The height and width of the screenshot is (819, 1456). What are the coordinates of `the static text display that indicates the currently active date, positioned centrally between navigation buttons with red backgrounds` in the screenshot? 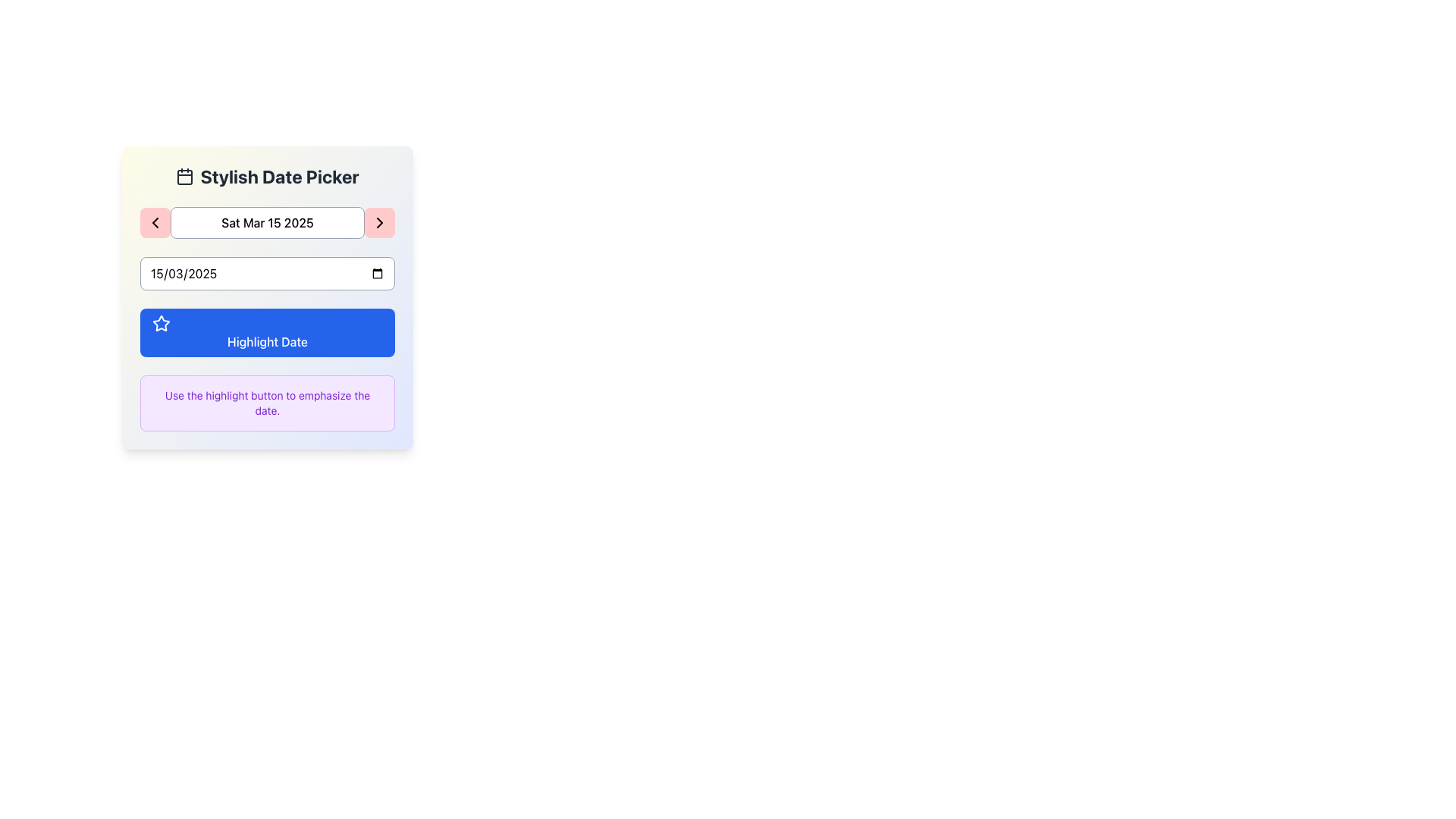 It's located at (268, 222).